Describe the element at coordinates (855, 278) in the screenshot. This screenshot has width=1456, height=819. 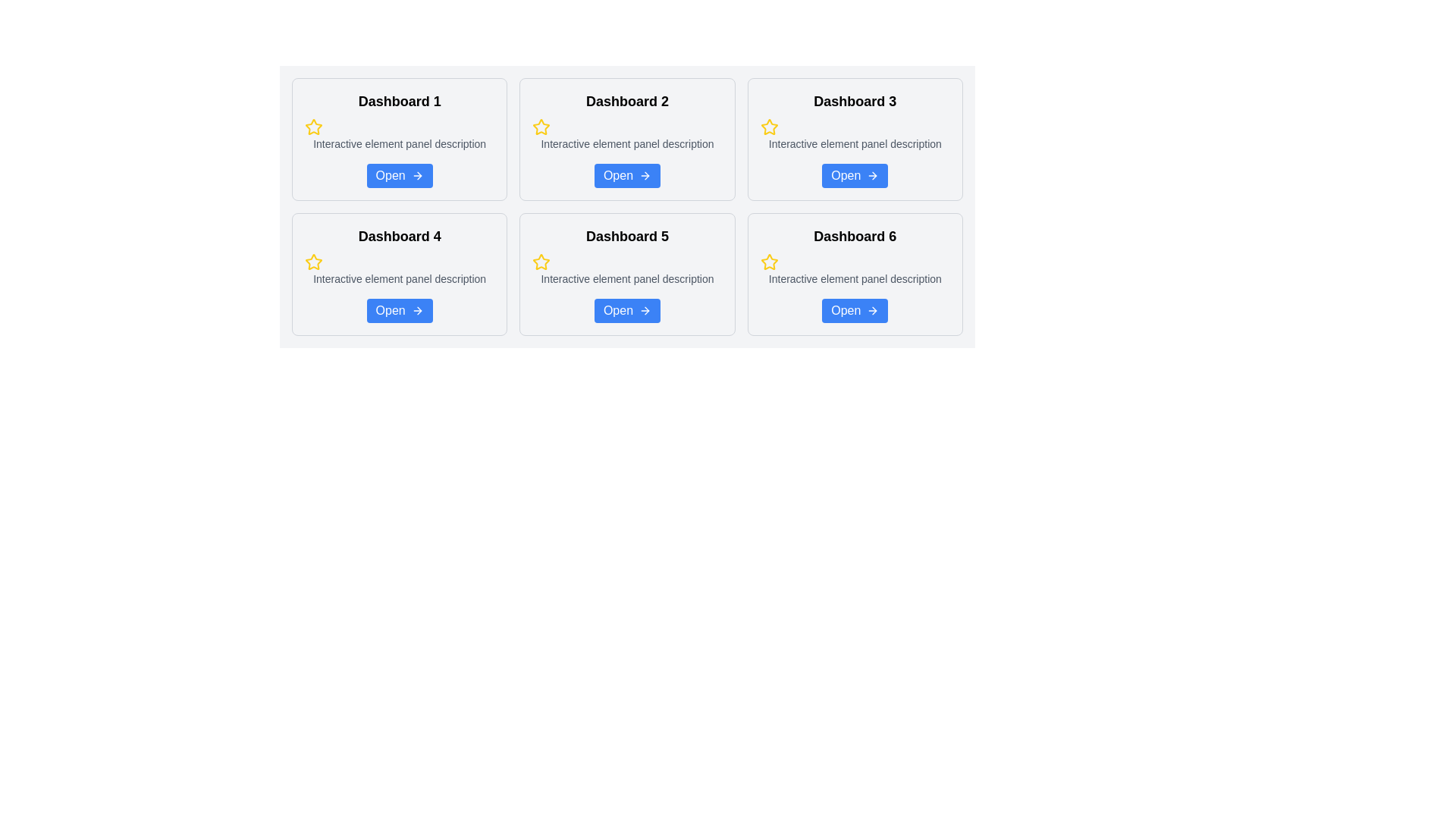
I see `the text label displaying 'Interactive element panel description' located in the dashboard card titled 'Dashboard 6', positioned centrally in the bottom row of a 3x2 grid layout` at that location.